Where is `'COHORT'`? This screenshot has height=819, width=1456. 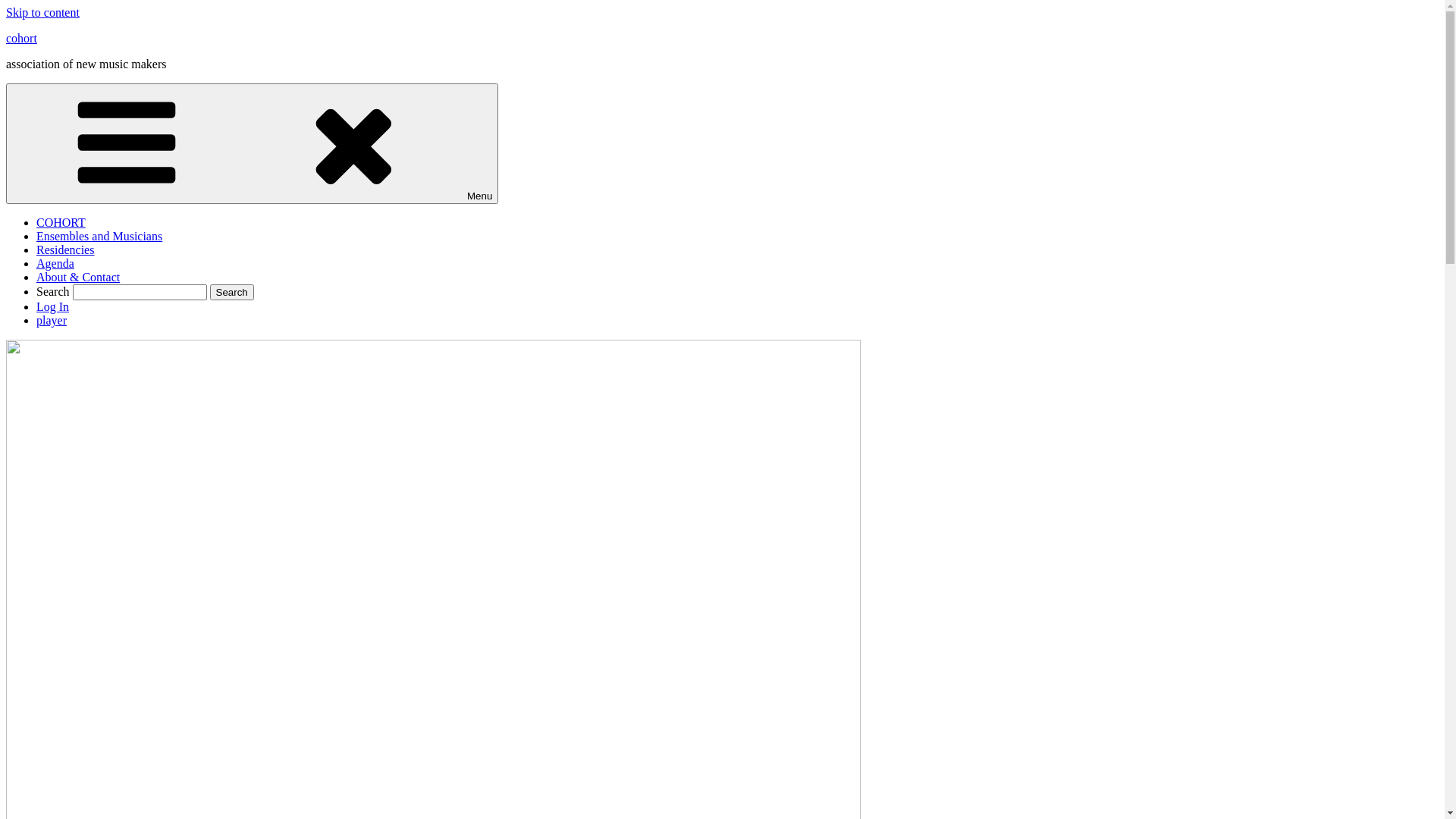
'COHORT' is located at coordinates (61, 222).